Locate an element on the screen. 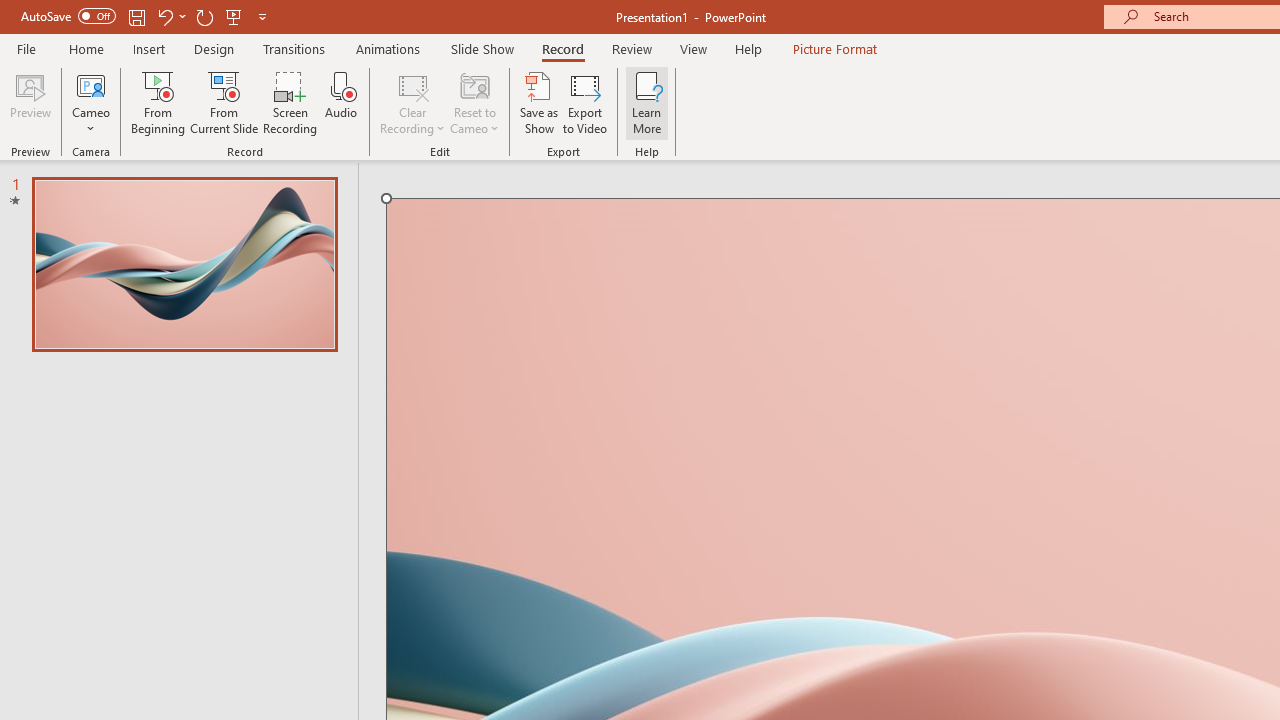 The height and width of the screenshot is (720, 1280). 'View' is located at coordinates (693, 48).